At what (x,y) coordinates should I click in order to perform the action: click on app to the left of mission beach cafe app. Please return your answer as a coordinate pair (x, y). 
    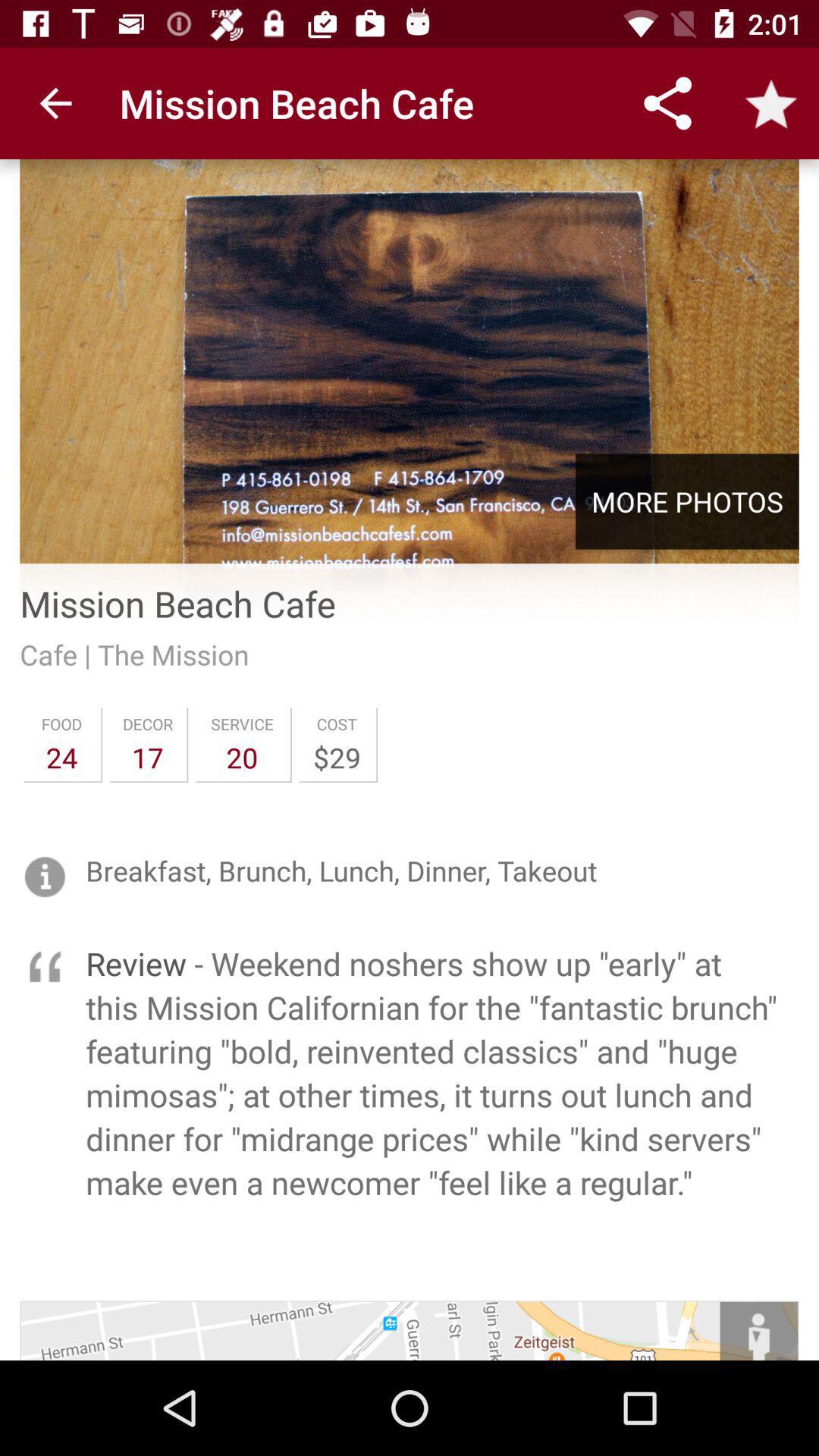
    Looking at the image, I should click on (55, 102).